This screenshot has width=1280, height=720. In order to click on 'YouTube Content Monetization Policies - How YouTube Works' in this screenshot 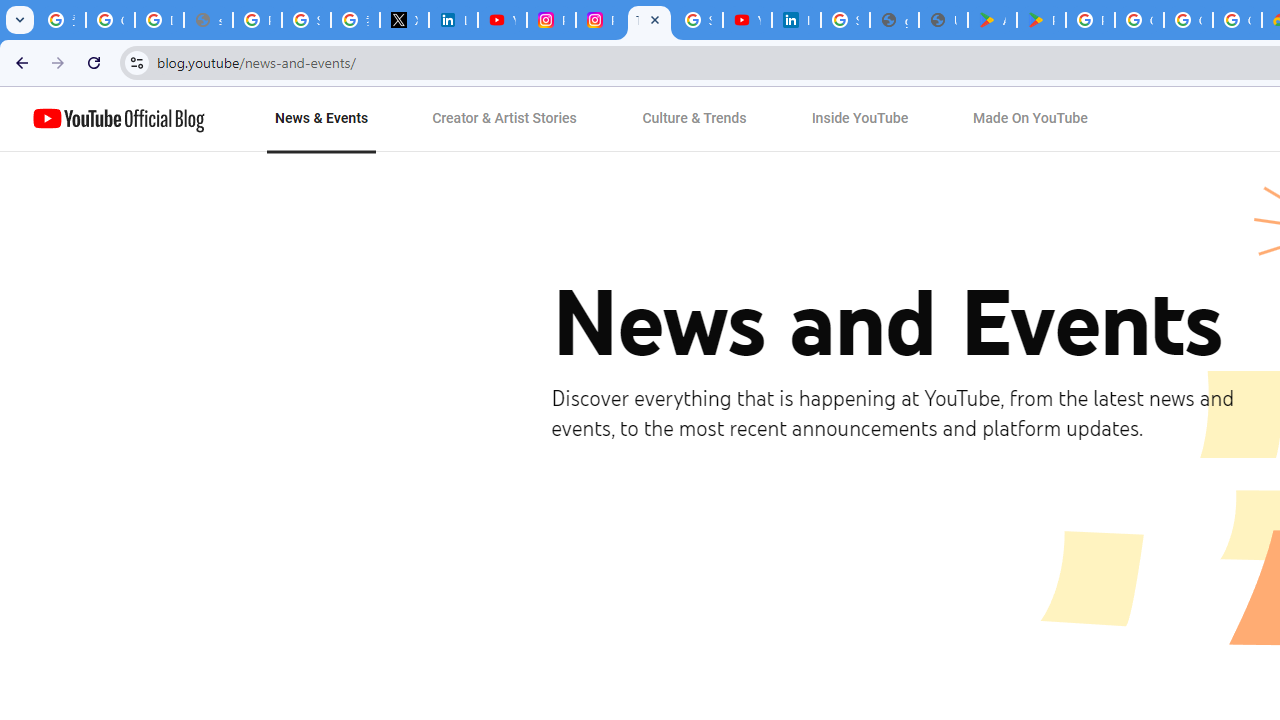, I will do `click(502, 20)`.